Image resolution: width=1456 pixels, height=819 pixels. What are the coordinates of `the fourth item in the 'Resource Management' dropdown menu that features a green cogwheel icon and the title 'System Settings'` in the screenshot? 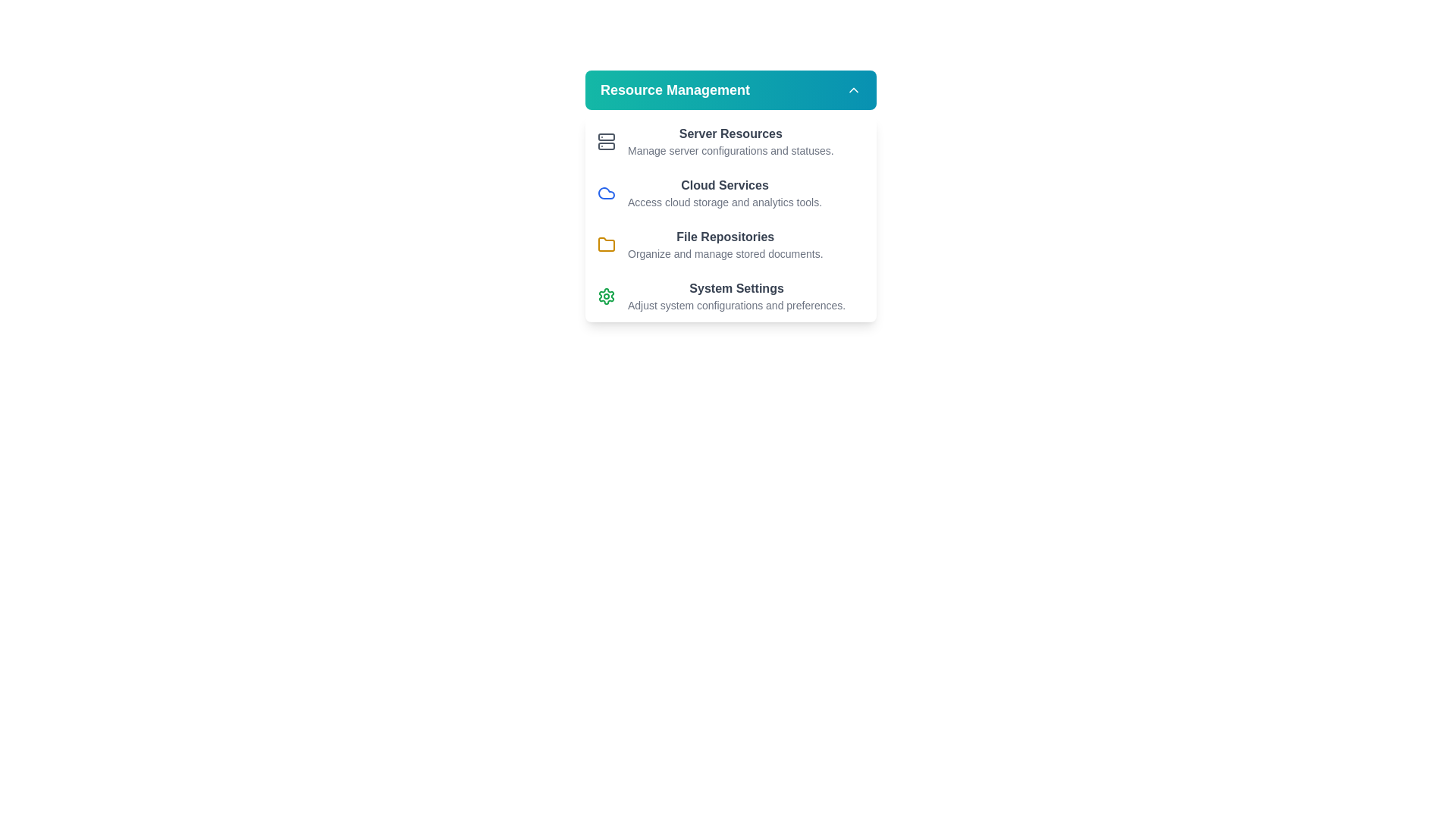 It's located at (731, 296).